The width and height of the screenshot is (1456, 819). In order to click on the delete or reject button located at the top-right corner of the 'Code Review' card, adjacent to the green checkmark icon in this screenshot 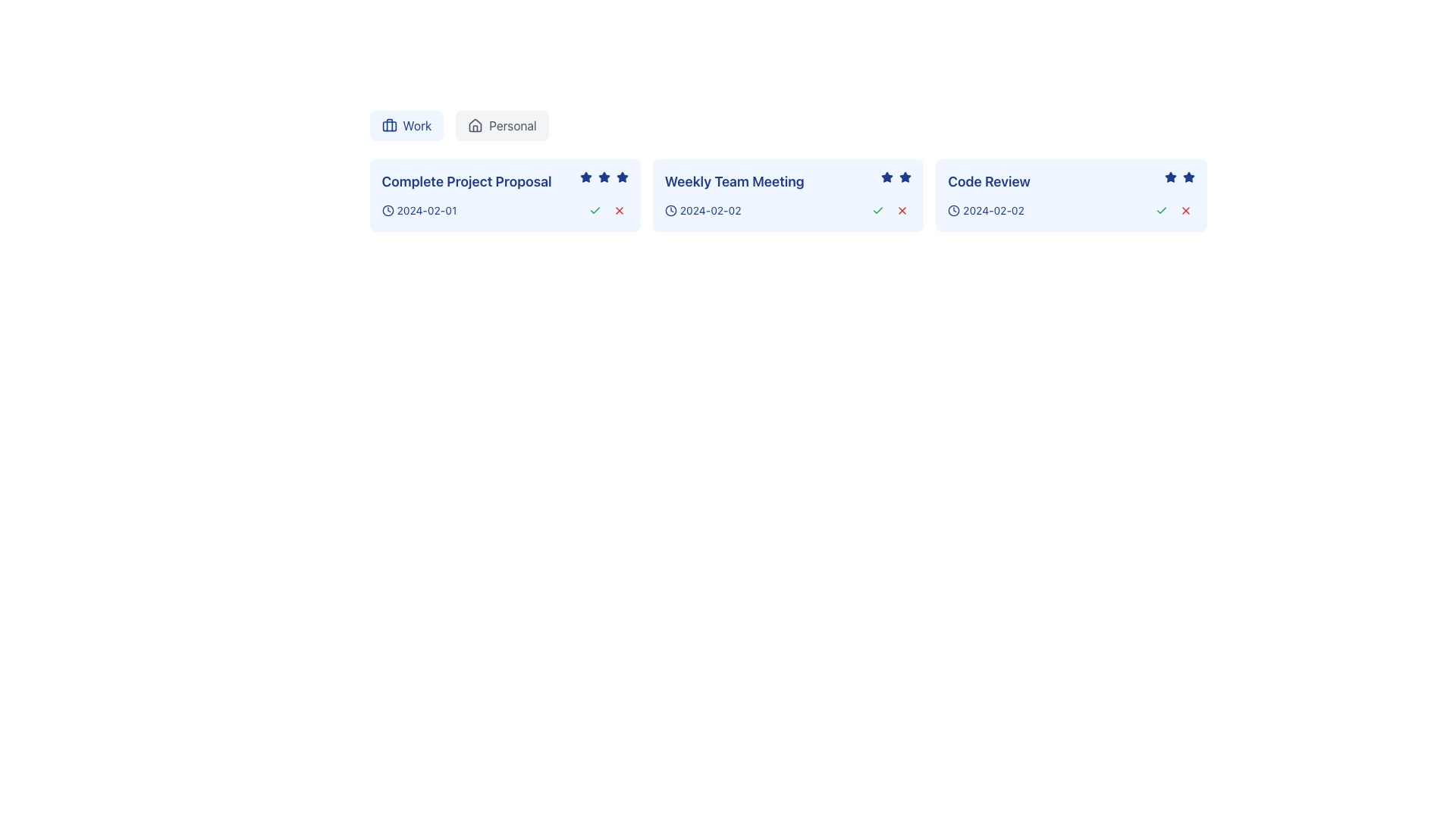, I will do `click(1185, 210)`.